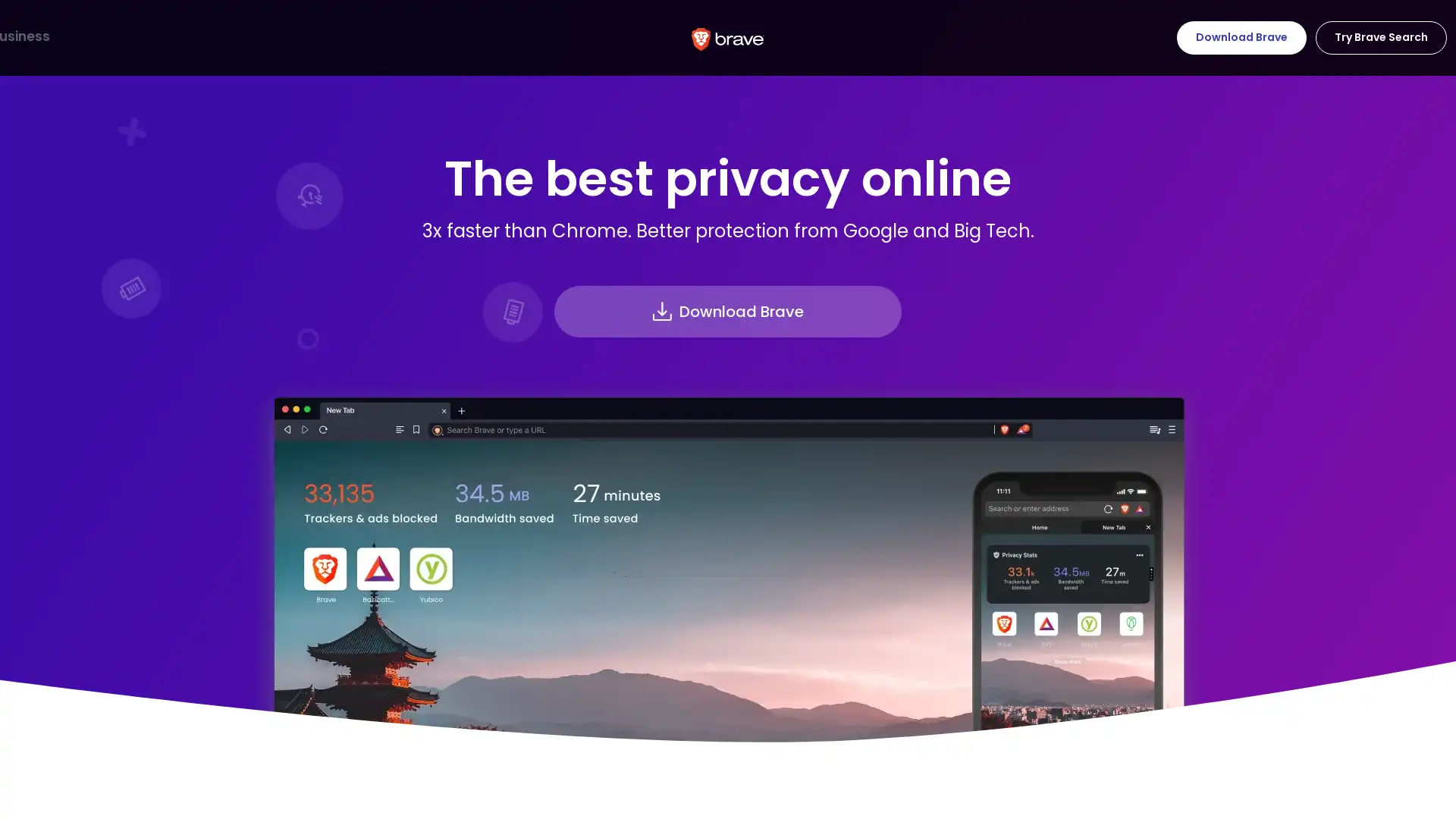 This screenshot has height=819, width=1456. Describe the element at coordinates (276, 36) in the screenshot. I see `Resources` at that location.